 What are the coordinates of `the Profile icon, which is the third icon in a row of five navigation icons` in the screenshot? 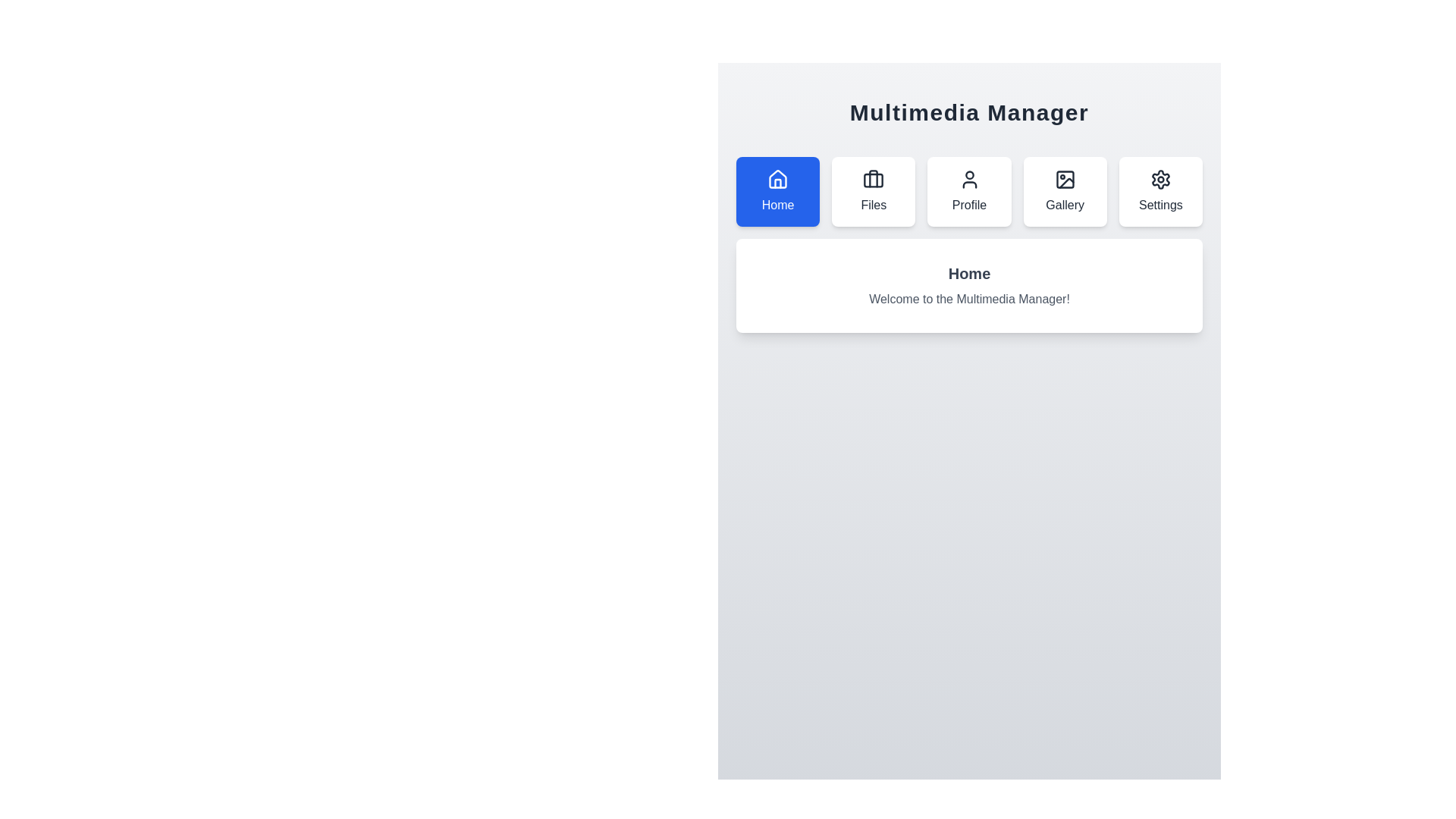 It's located at (968, 178).